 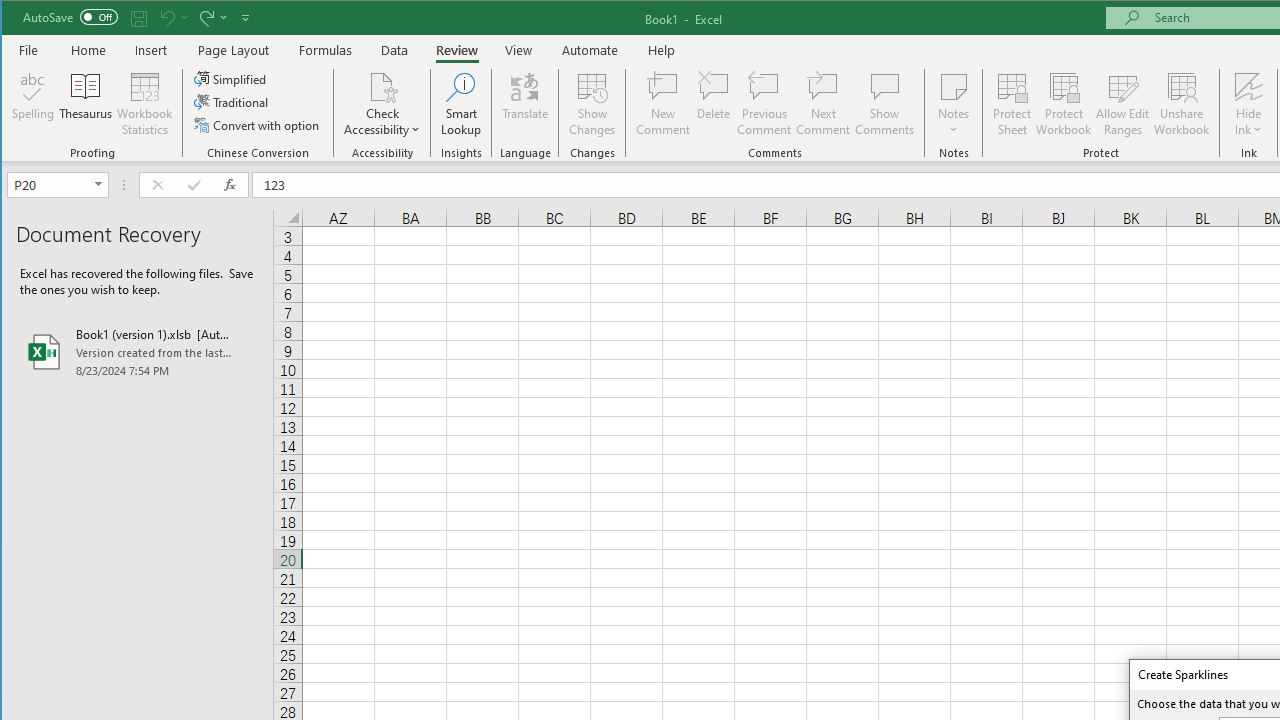 What do you see at coordinates (589, 49) in the screenshot?
I see `'Automate'` at bounding box center [589, 49].